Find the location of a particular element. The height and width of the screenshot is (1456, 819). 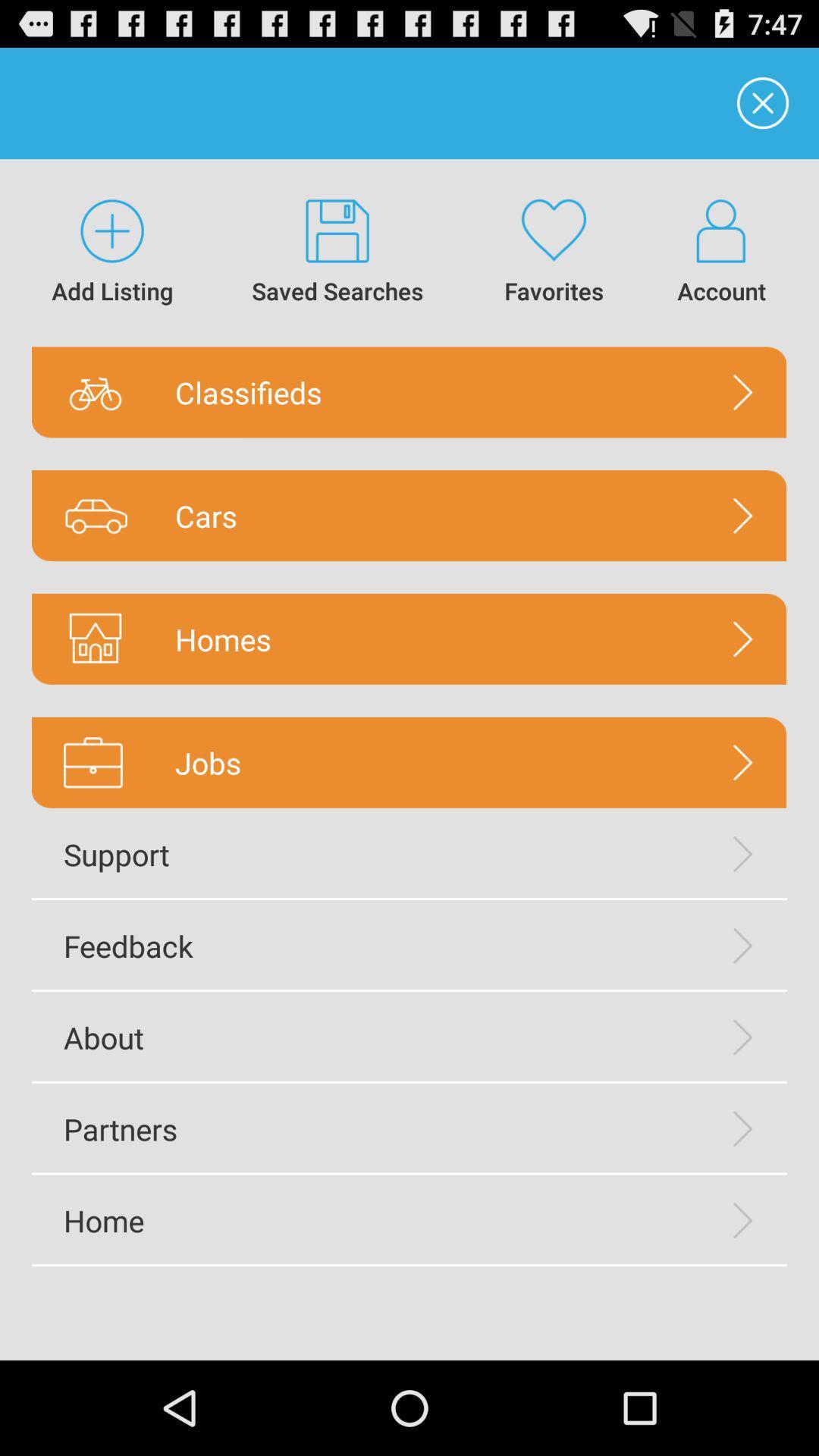

icon next to the favorites icon is located at coordinates (337, 253).